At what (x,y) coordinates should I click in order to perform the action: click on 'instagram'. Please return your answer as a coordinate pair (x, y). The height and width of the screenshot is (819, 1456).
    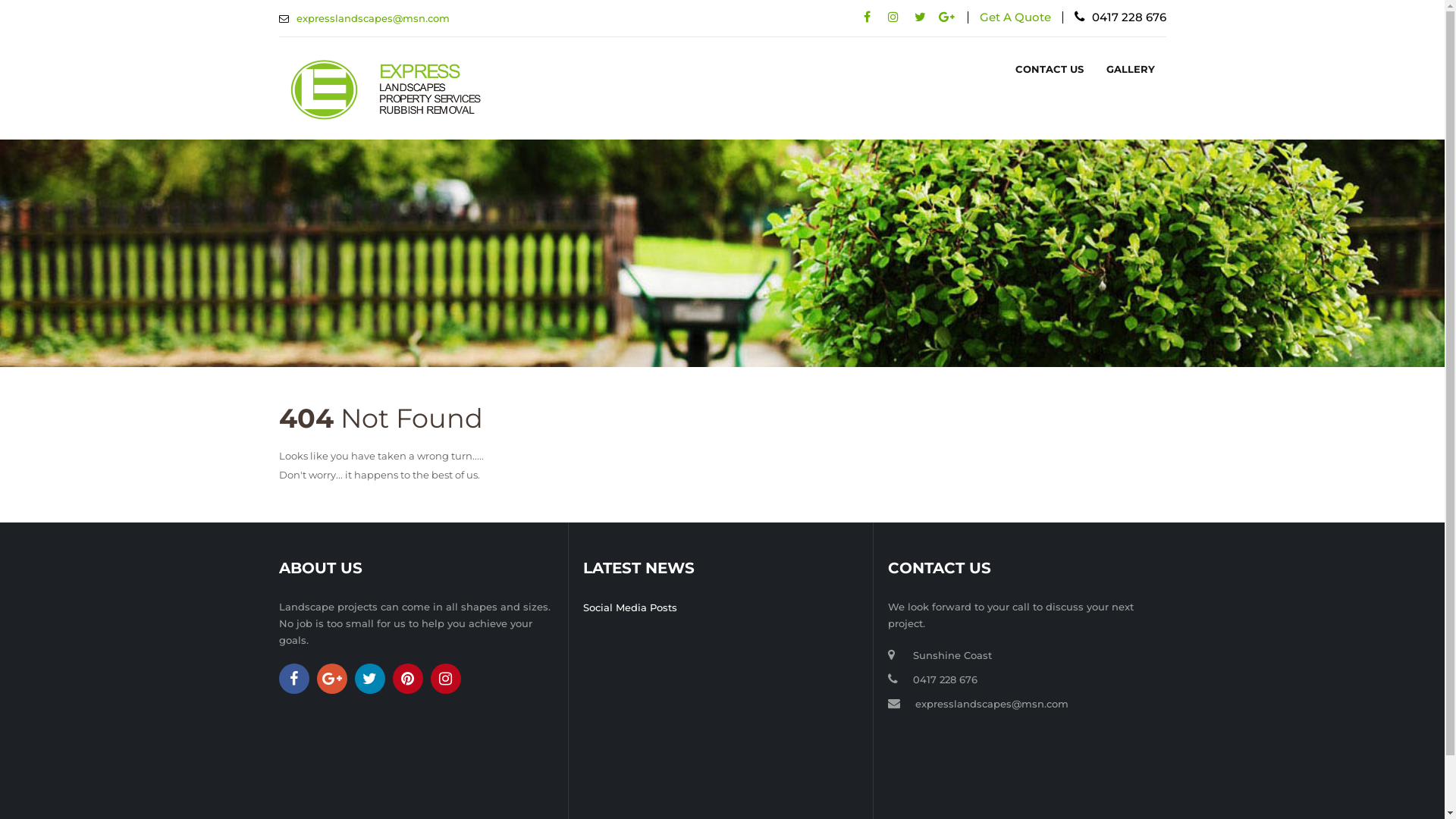
    Looking at the image, I should click on (893, 17).